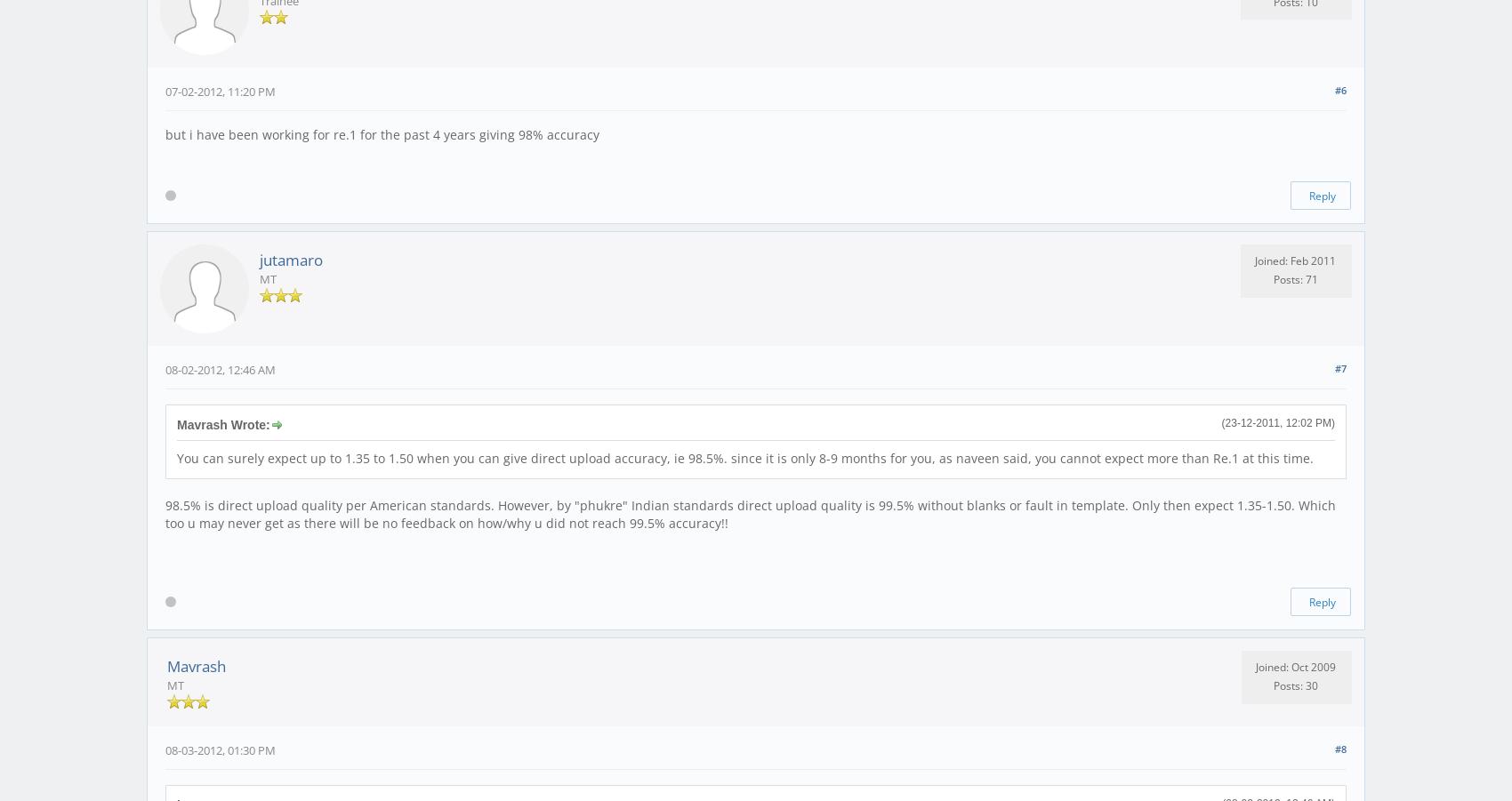 The width and height of the screenshot is (1512, 801). Describe the element at coordinates (166, 664) in the screenshot. I see `'Mavrash'` at that location.